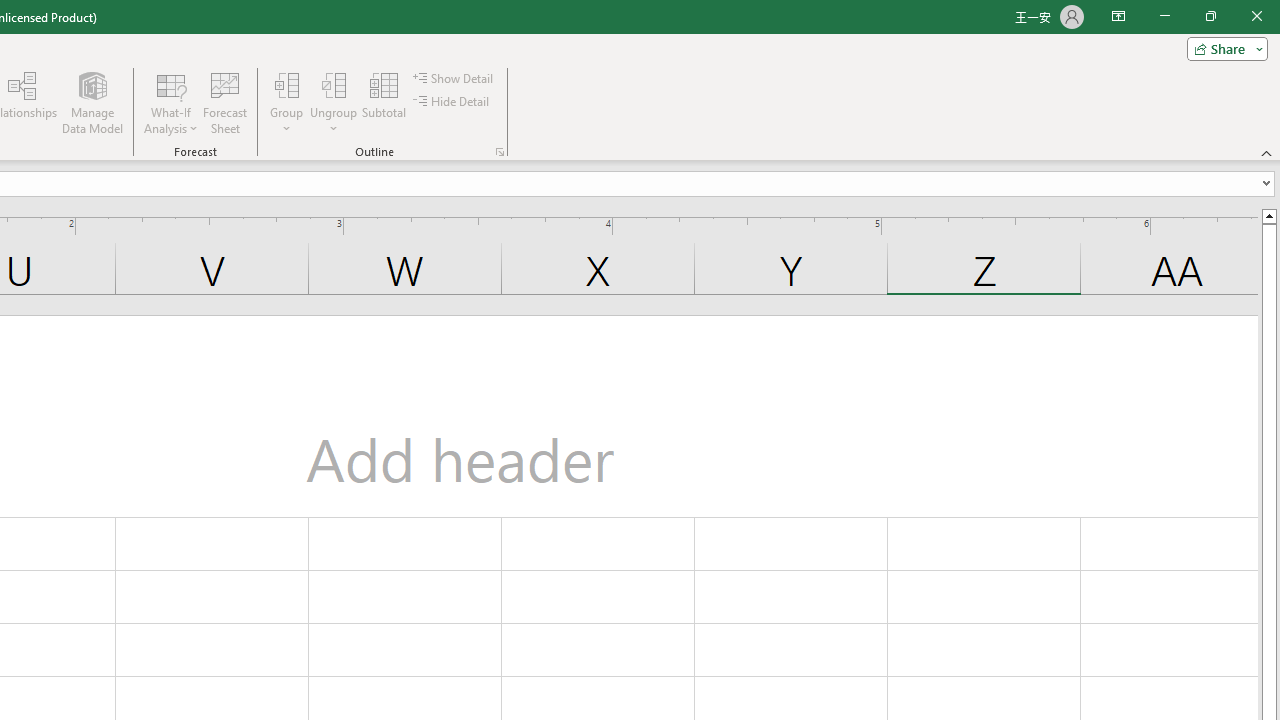 The height and width of the screenshot is (720, 1280). I want to click on 'Restore Down', so click(1209, 16).